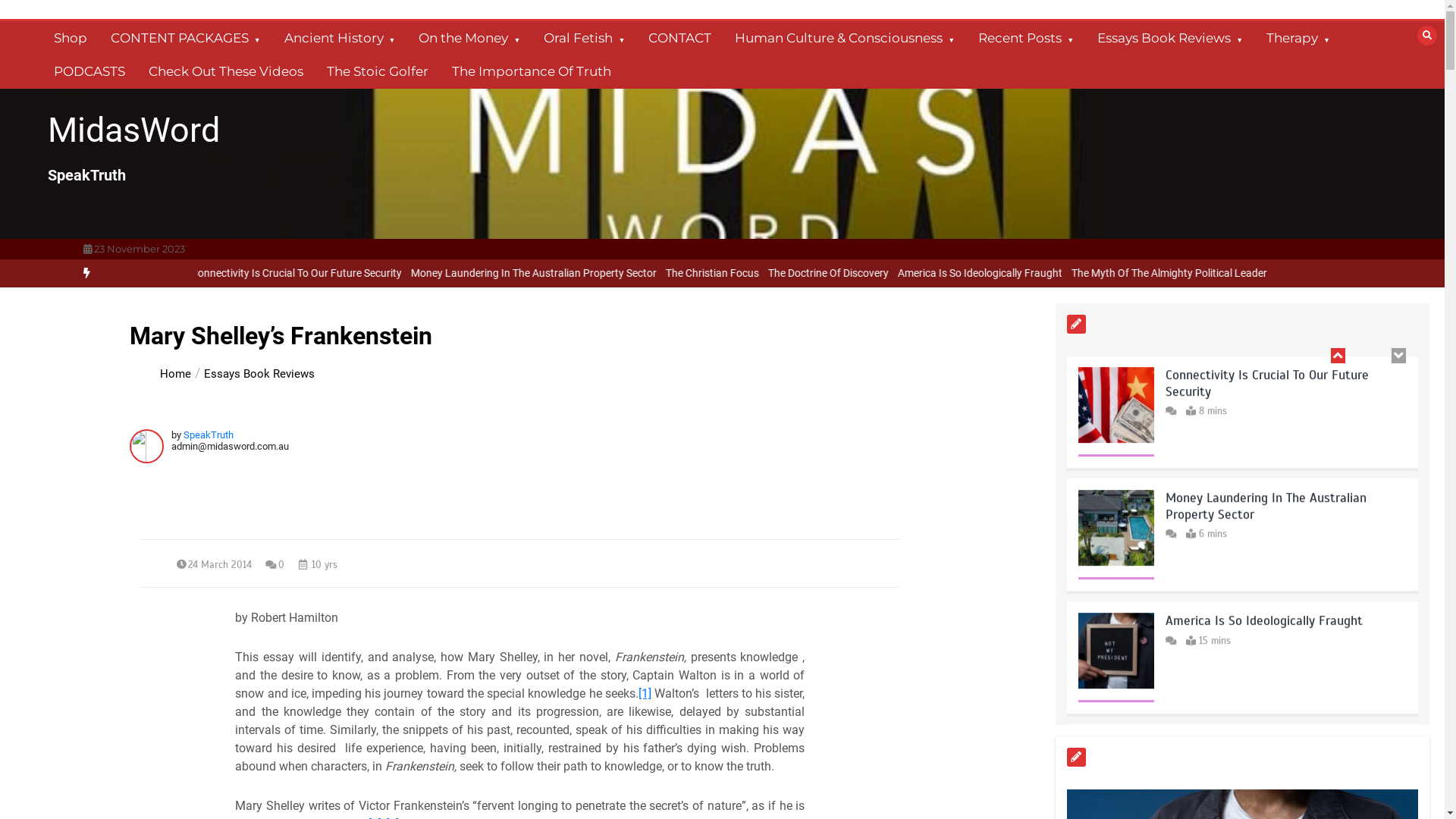 The height and width of the screenshot is (819, 1456). I want to click on 'CONTENT PACKAGES', so click(184, 37).